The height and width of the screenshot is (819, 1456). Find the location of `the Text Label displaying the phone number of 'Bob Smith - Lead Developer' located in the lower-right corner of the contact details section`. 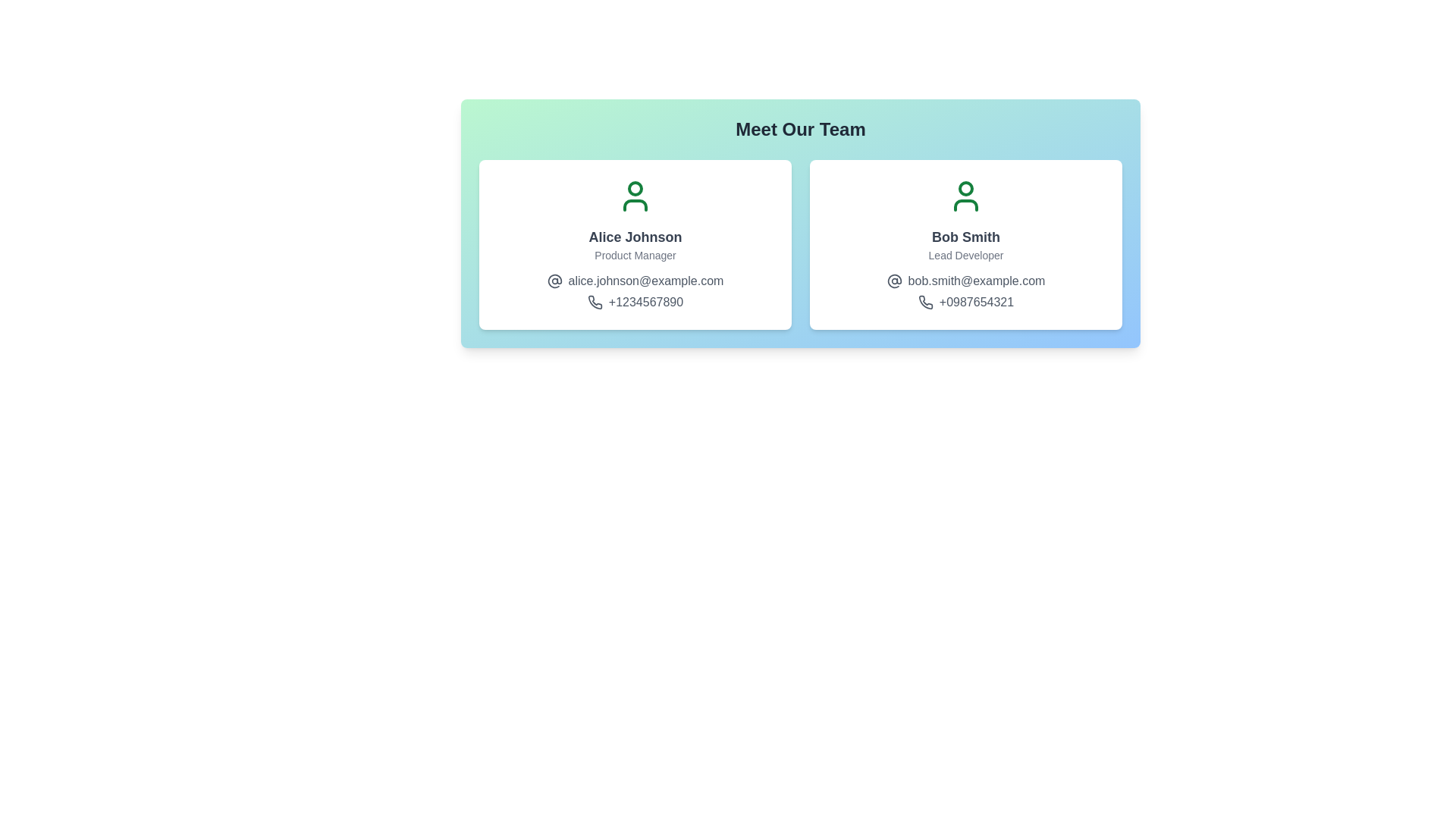

the Text Label displaying the phone number of 'Bob Smith - Lead Developer' located in the lower-right corner of the contact details section is located at coordinates (976, 302).